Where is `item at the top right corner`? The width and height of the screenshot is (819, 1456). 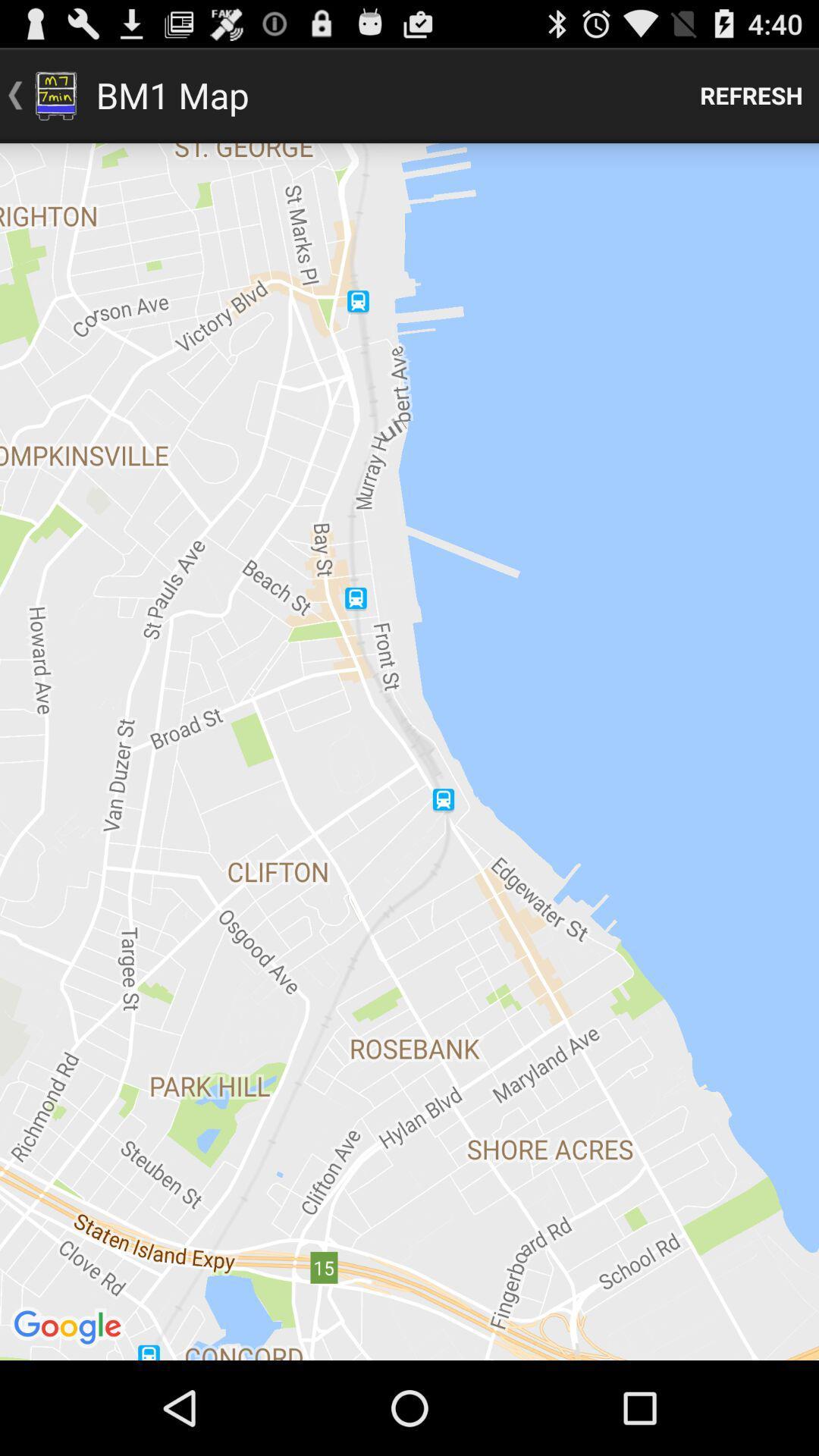
item at the top right corner is located at coordinates (752, 94).